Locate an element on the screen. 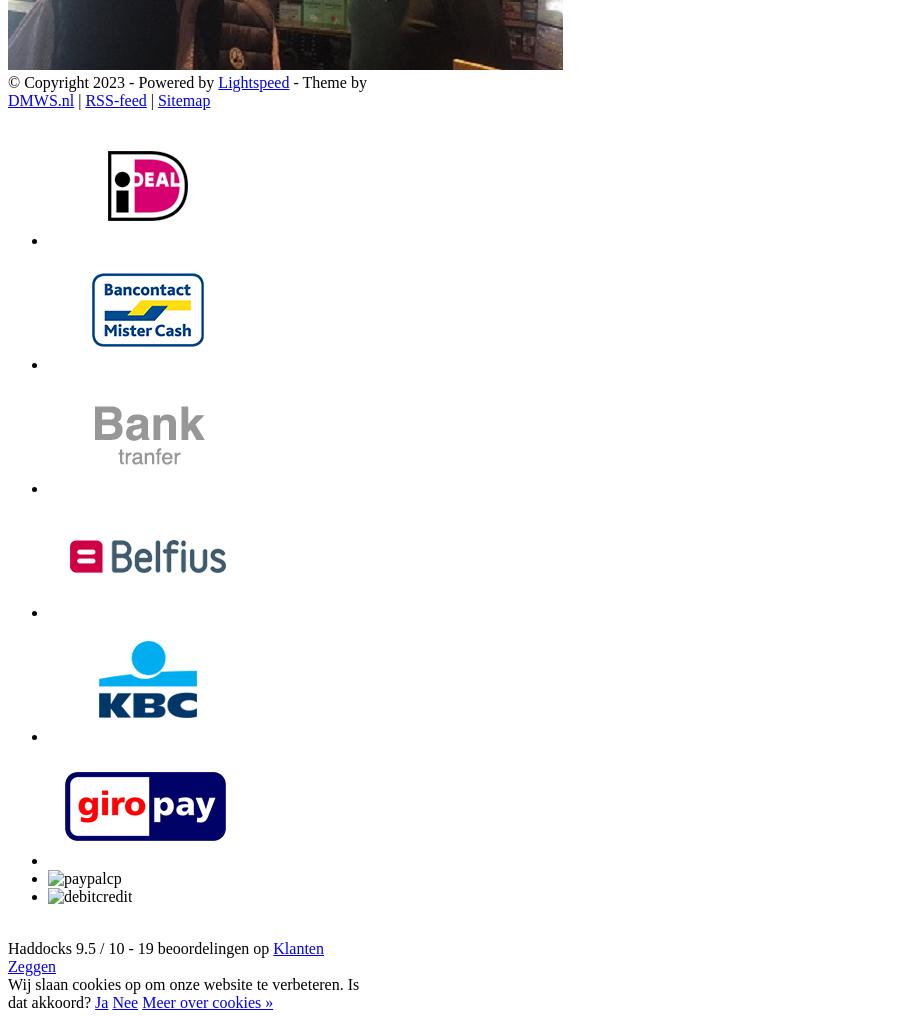 The image size is (908, 1016). '19' is located at coordinates (147, 947).